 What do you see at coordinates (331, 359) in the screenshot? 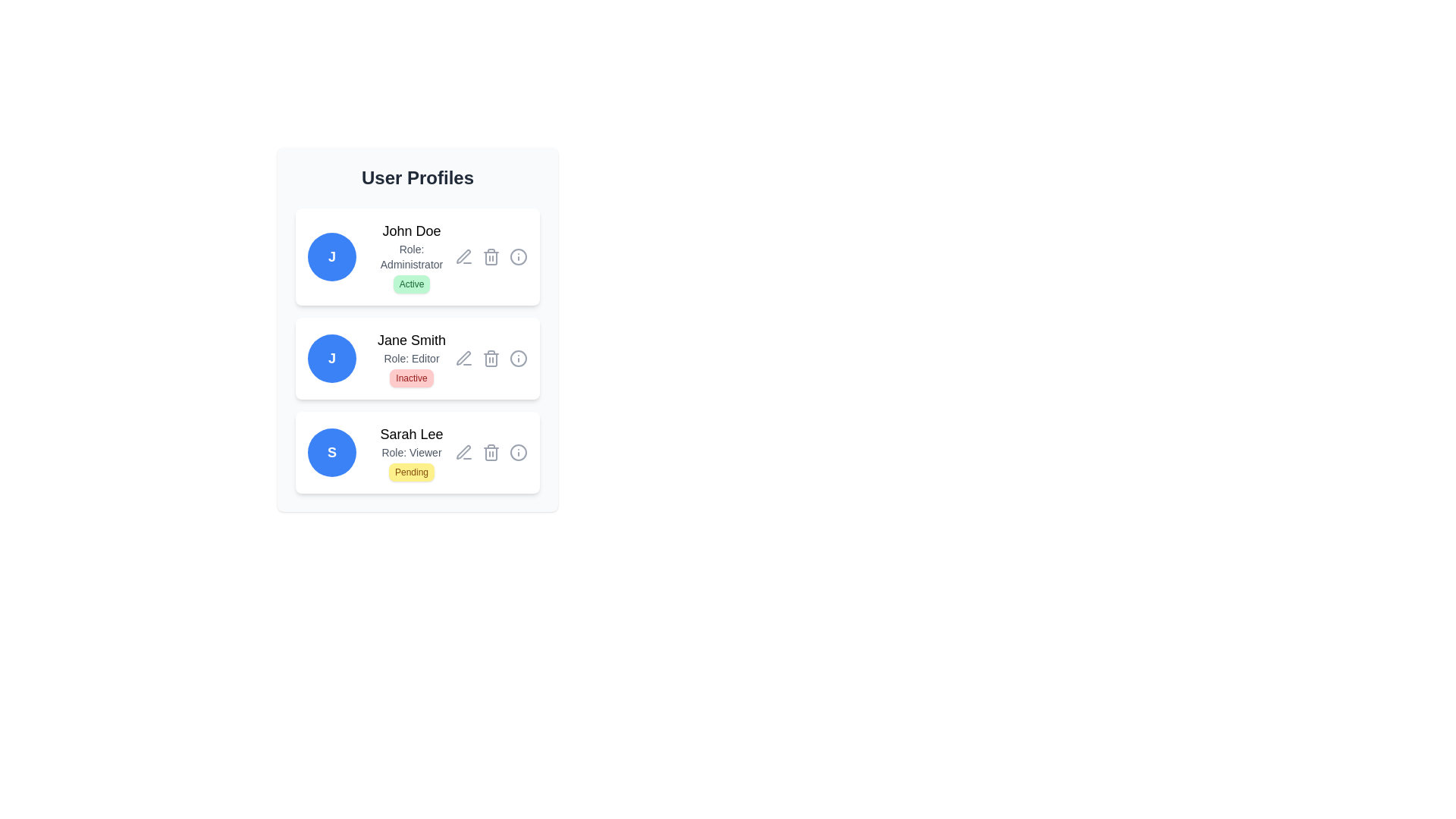
I see `the circular blue icon with a white 'J' for the user profile of 'Jane Smith', located at the leftmost side of the profile element` at bounding box center [331, 359].